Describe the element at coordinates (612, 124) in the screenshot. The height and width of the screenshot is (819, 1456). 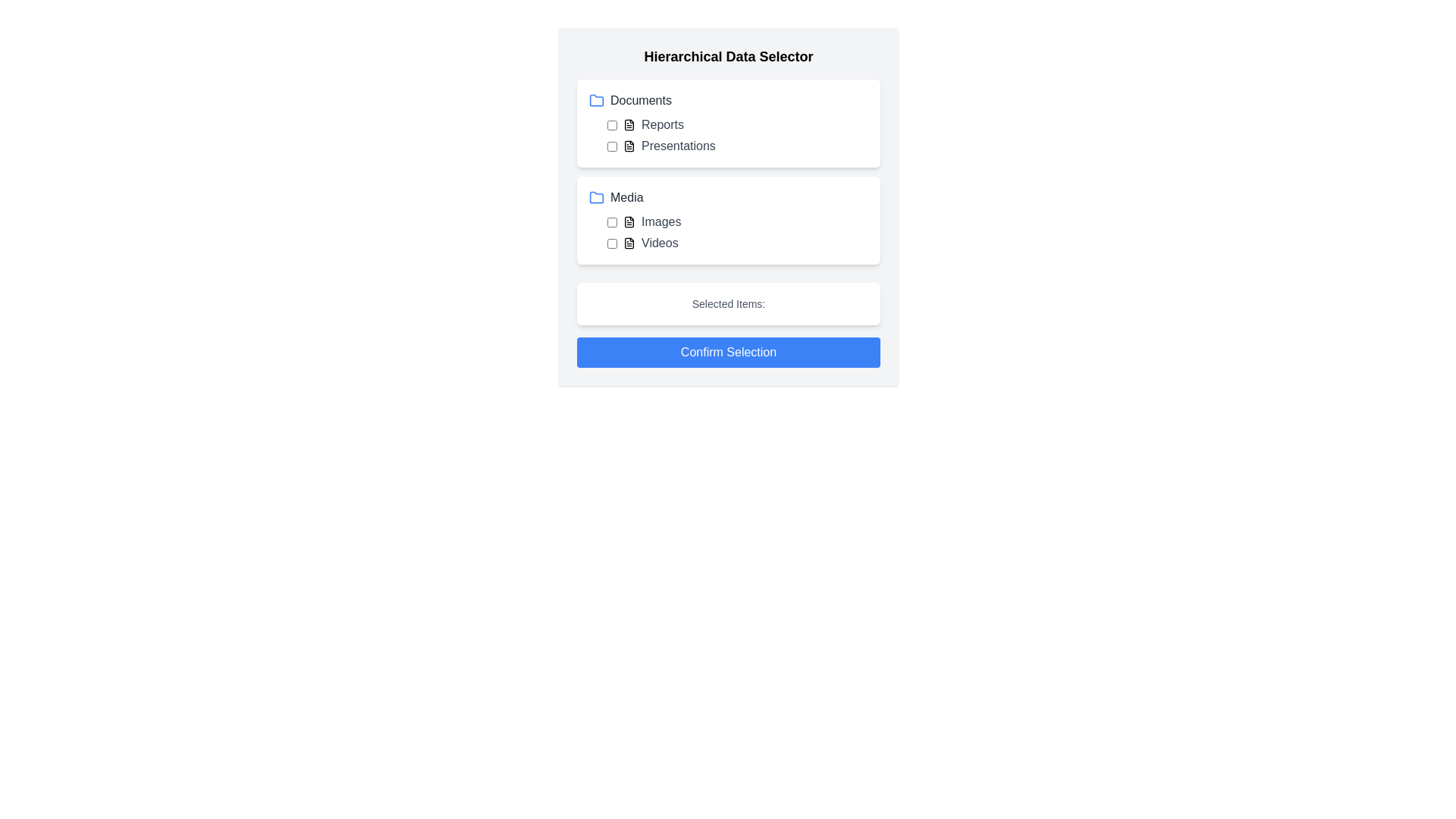
I see `the small square checkbox located to the left of the 'Reports' label in the hierarchical selector interface` at that location.